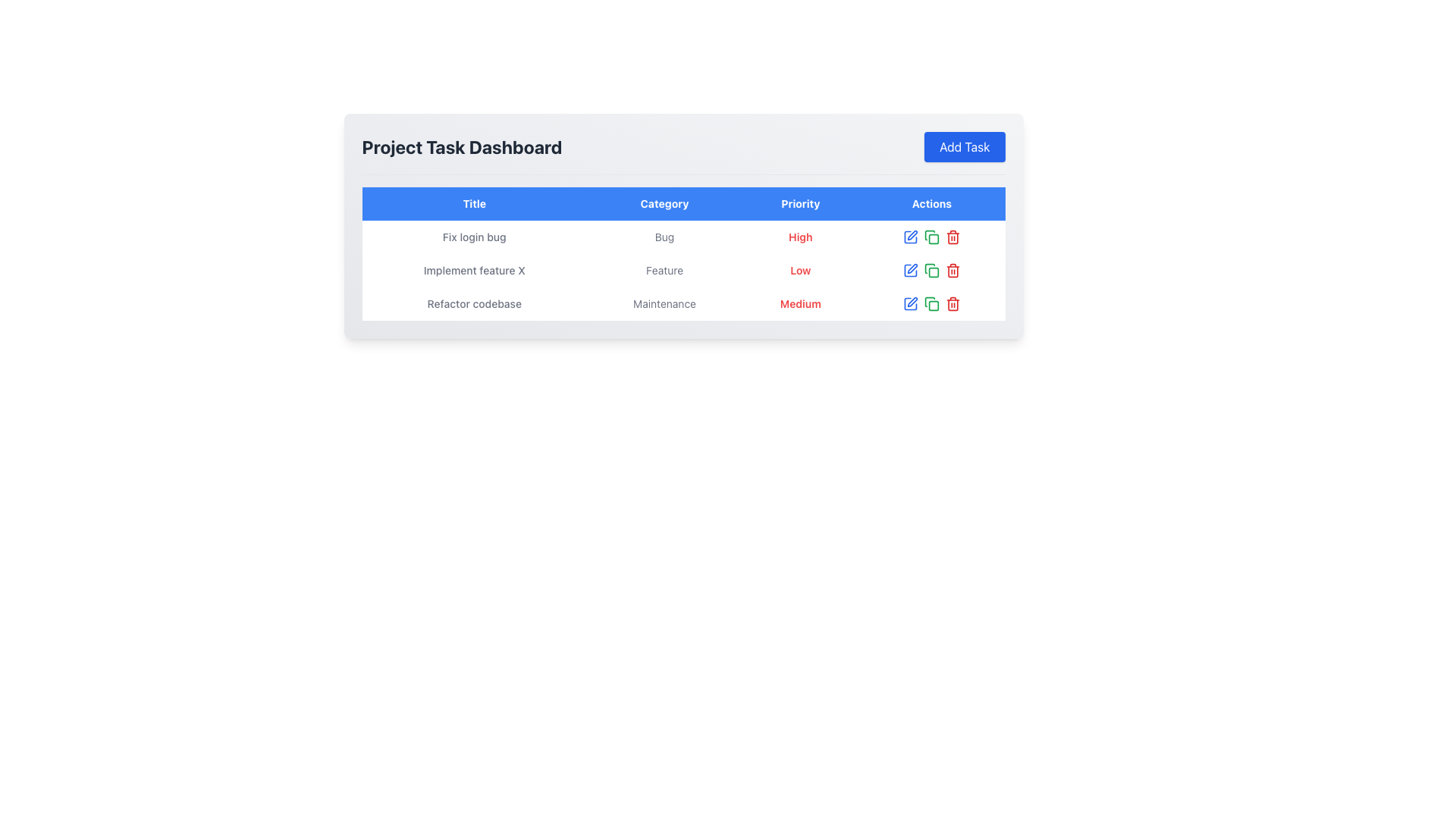 This screenshot has width=1456, height=819. What do you see at coordinates (929, 268) in the screenshot?
I see `the folder or file icon represented as an SVG graphic in the 'Actions' column of the table row labeled 'Feature'` at bounding box center [929, 268].